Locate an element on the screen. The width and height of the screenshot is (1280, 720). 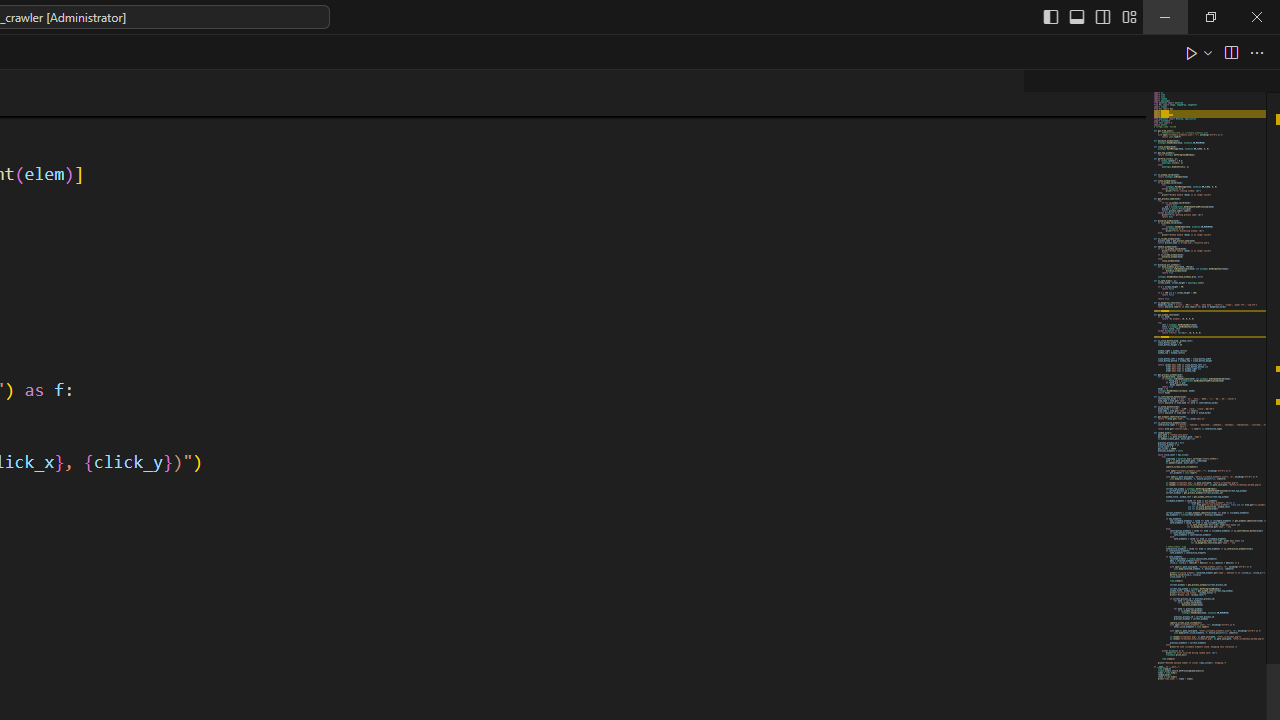
'Run Python File' is located at coordinates (1192, 51).